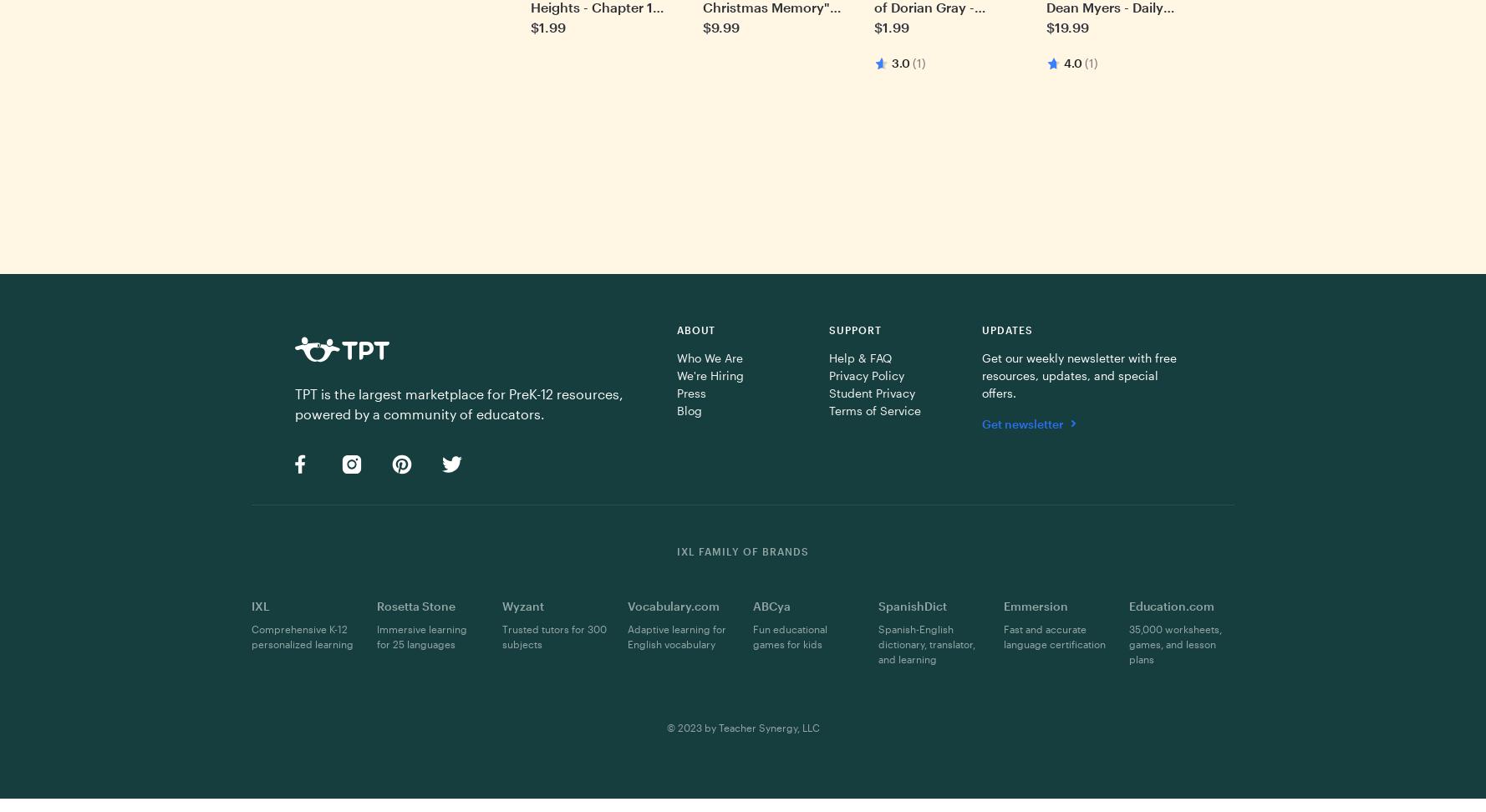 This screenshot has width=1486, height=812. Describe the element at coordinates (875, 409) in the screenshot. I see `'Terms of Service'` at that location.